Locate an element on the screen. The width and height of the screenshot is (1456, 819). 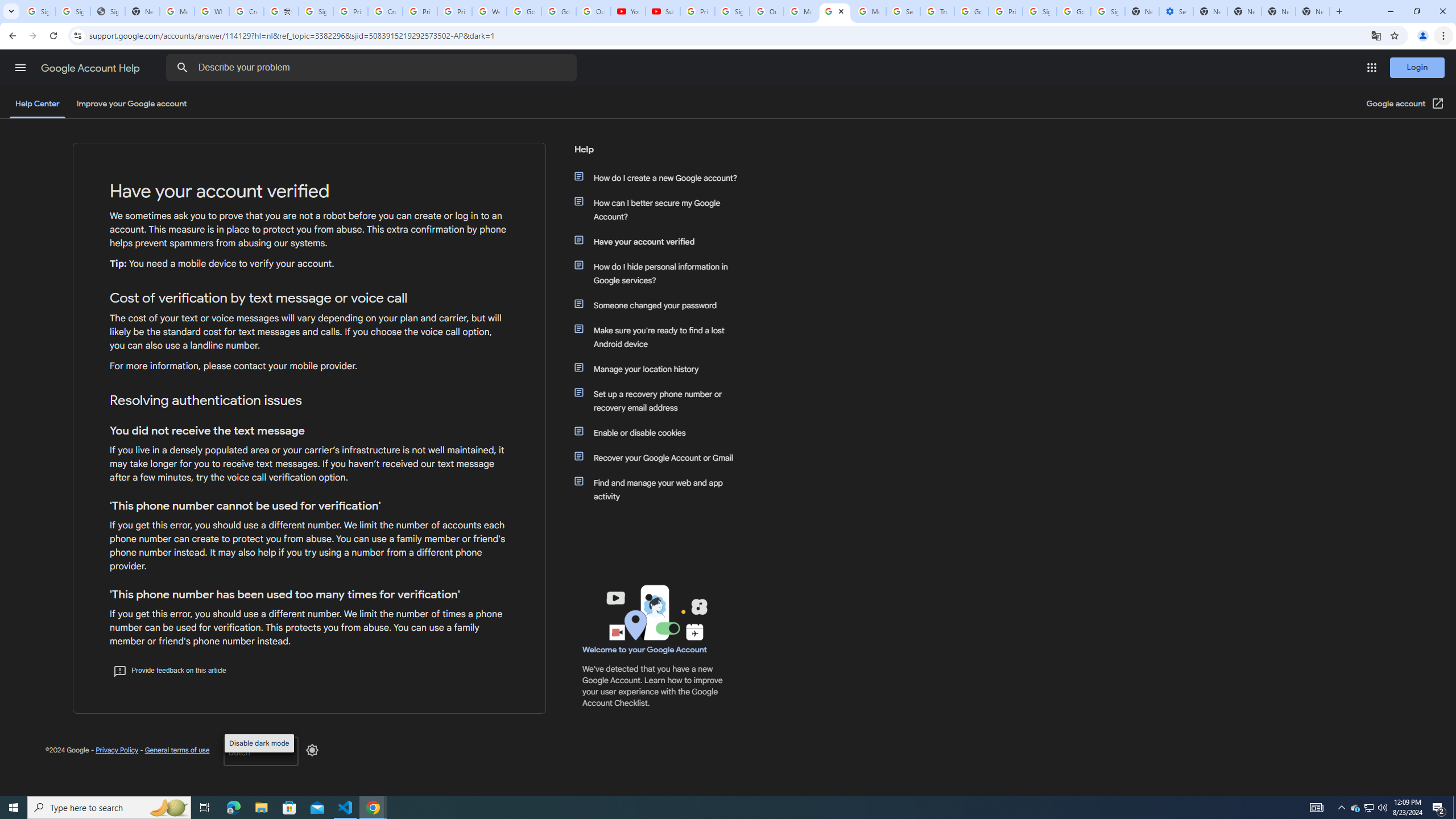
'Make sure you' is located at coordinates (661, 336).